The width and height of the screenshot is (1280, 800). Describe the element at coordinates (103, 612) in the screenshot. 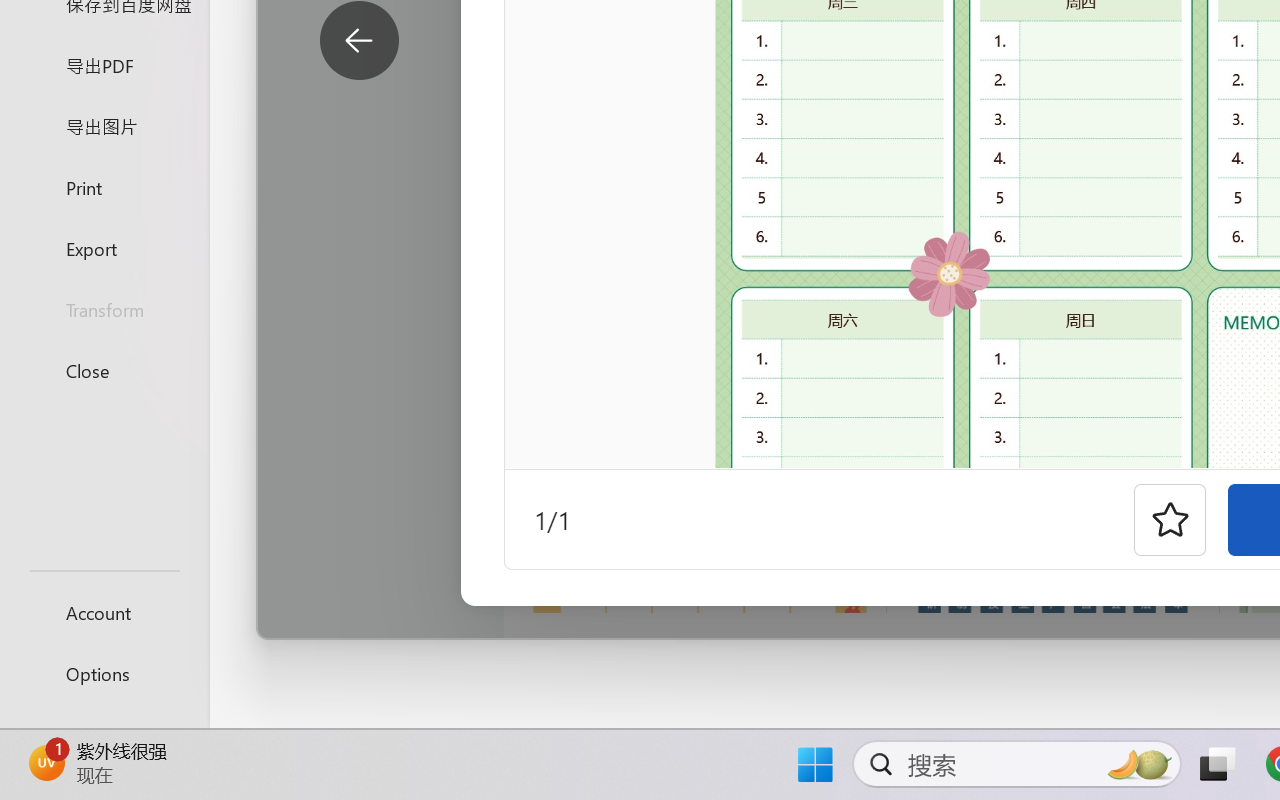

I see `'Account'` at that location.